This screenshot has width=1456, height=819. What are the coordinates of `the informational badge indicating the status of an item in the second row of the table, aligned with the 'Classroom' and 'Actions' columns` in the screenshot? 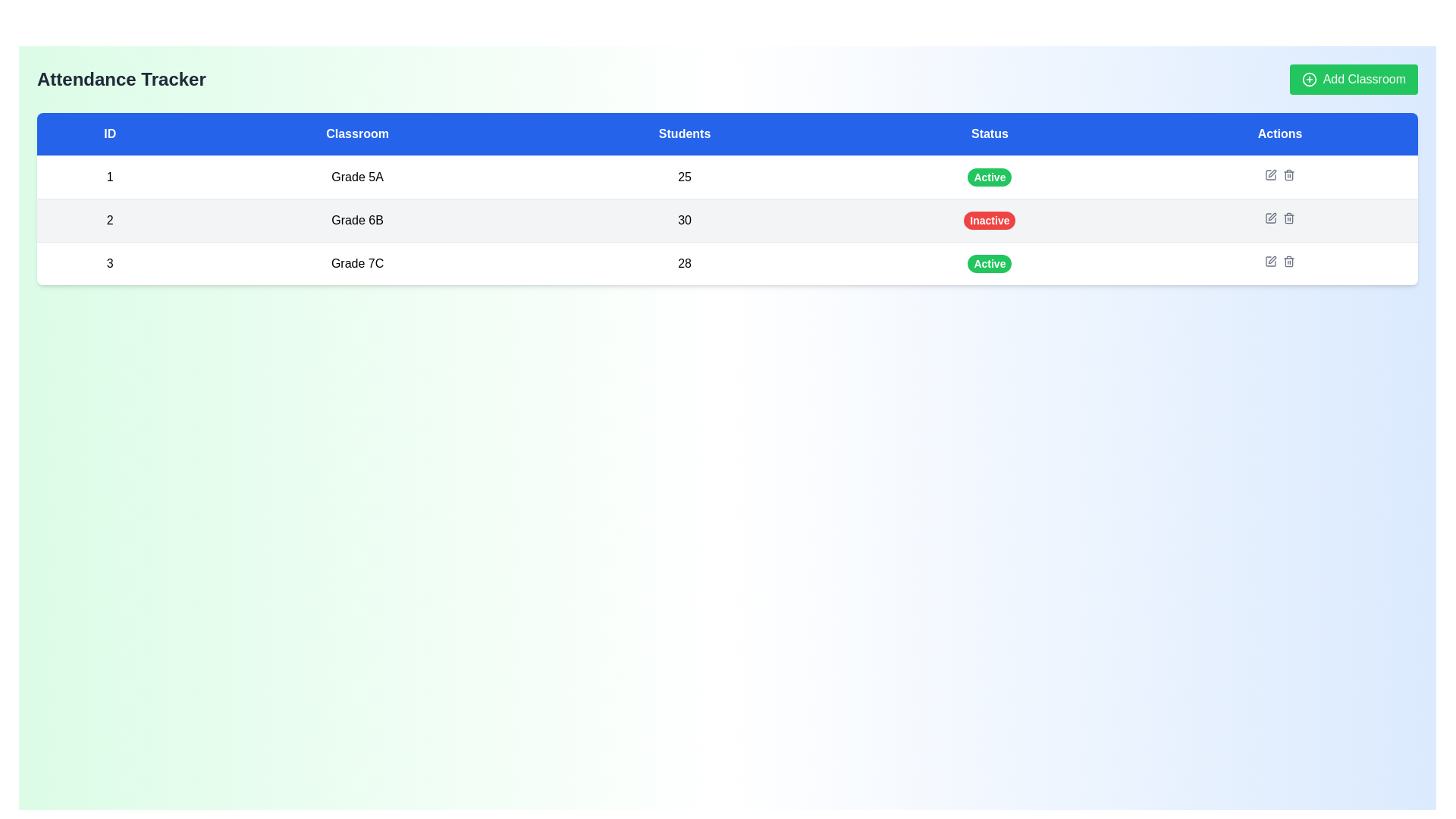 It's located at (990, 220).